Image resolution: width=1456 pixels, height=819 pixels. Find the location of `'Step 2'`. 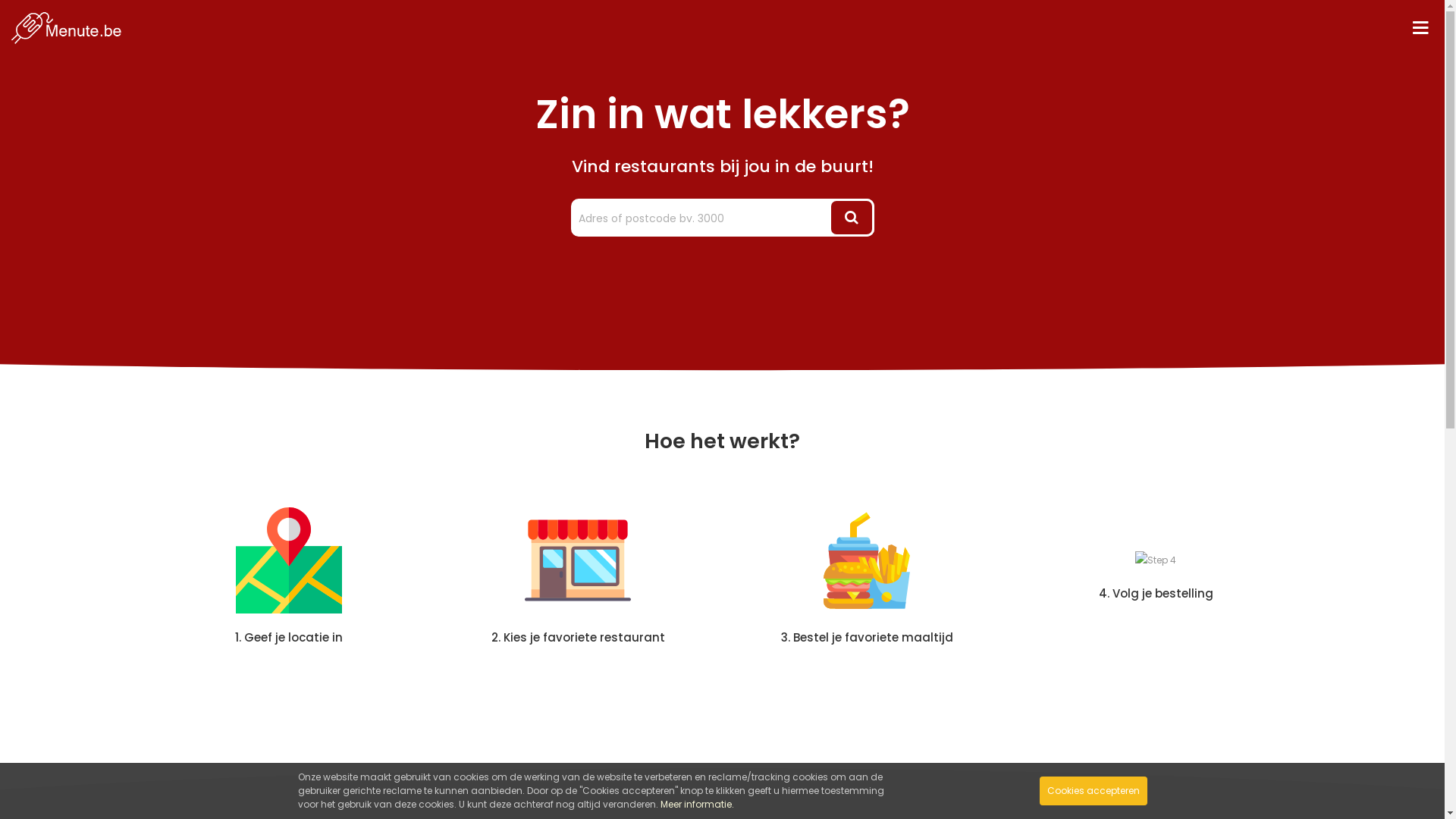

'Step 2' is located at coordinates (524, 560).